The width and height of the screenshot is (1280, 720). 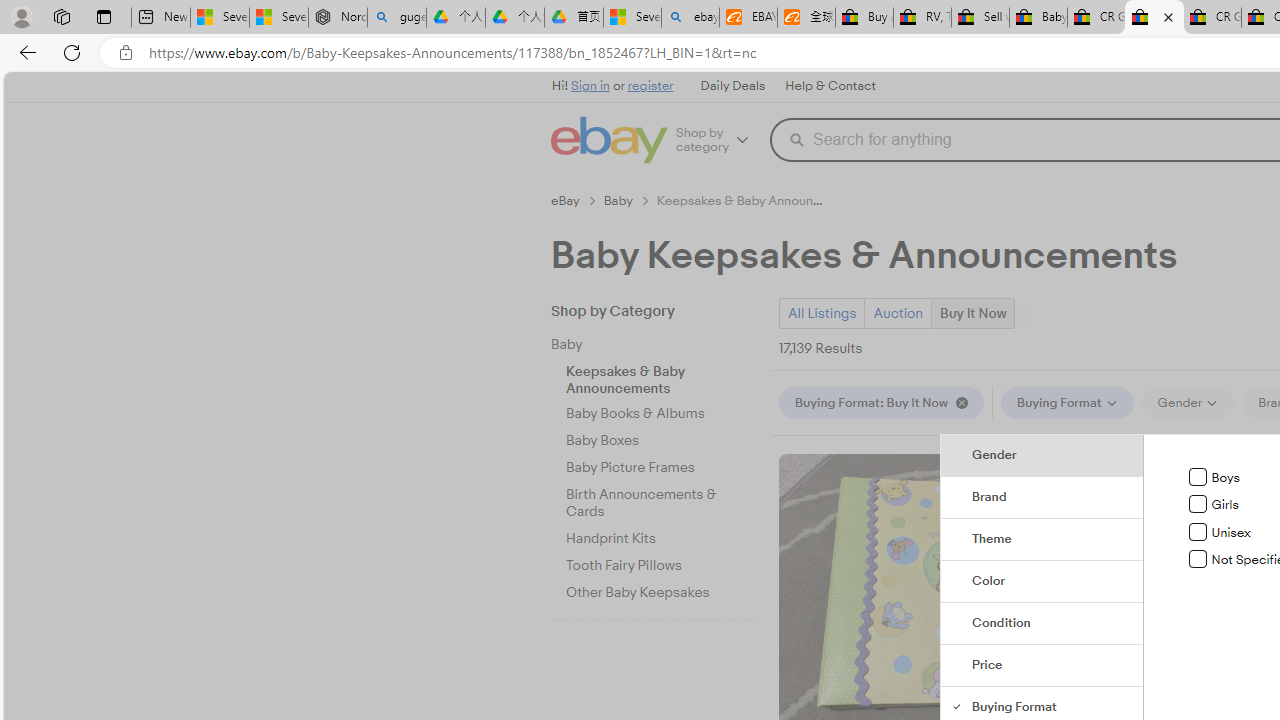 What do you see at coordinates (1041, 623) in the screenshot?
I see `'Condition'` at bounding box center [1041, 623].